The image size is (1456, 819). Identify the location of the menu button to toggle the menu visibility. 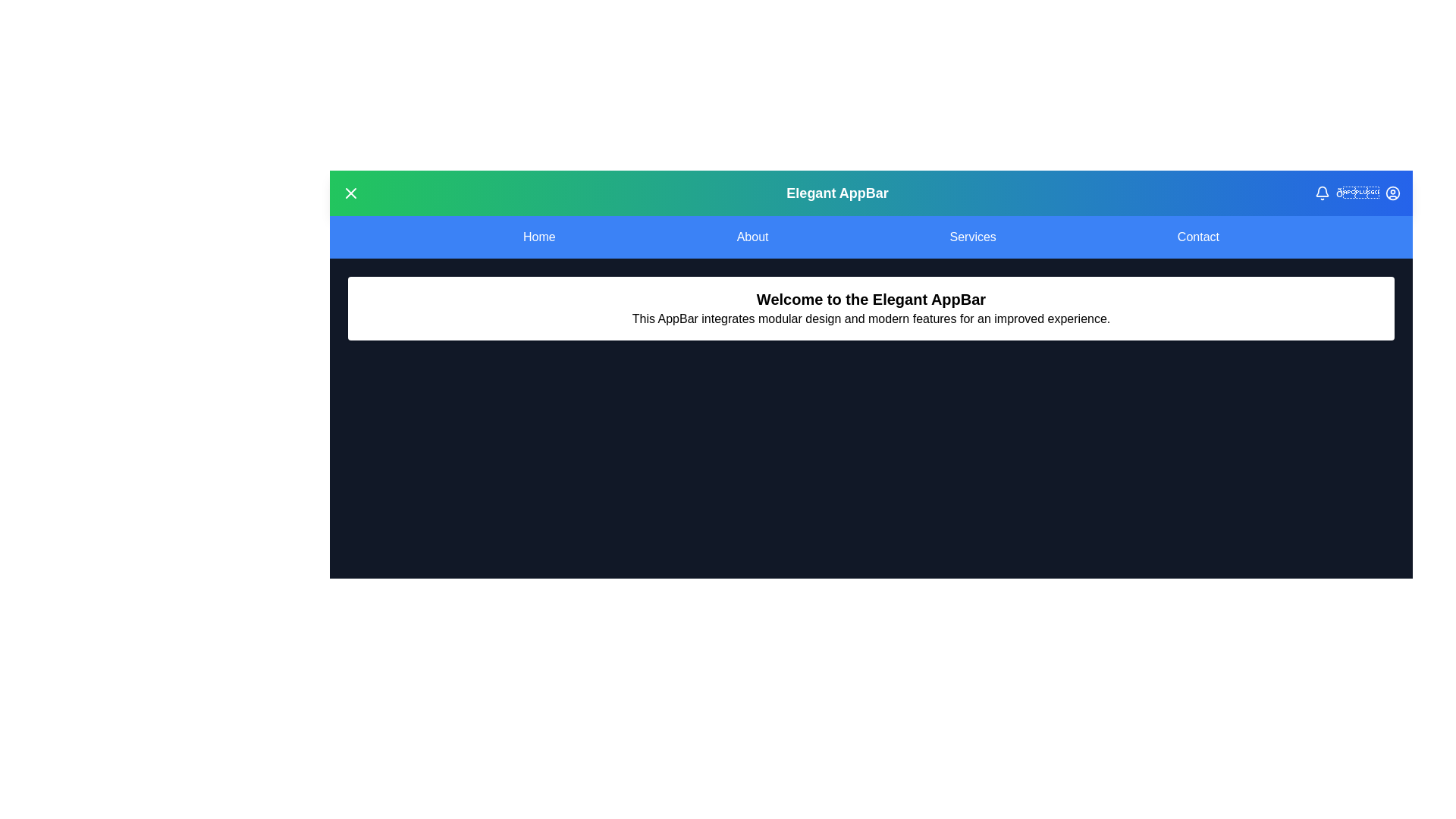
(350, 192).